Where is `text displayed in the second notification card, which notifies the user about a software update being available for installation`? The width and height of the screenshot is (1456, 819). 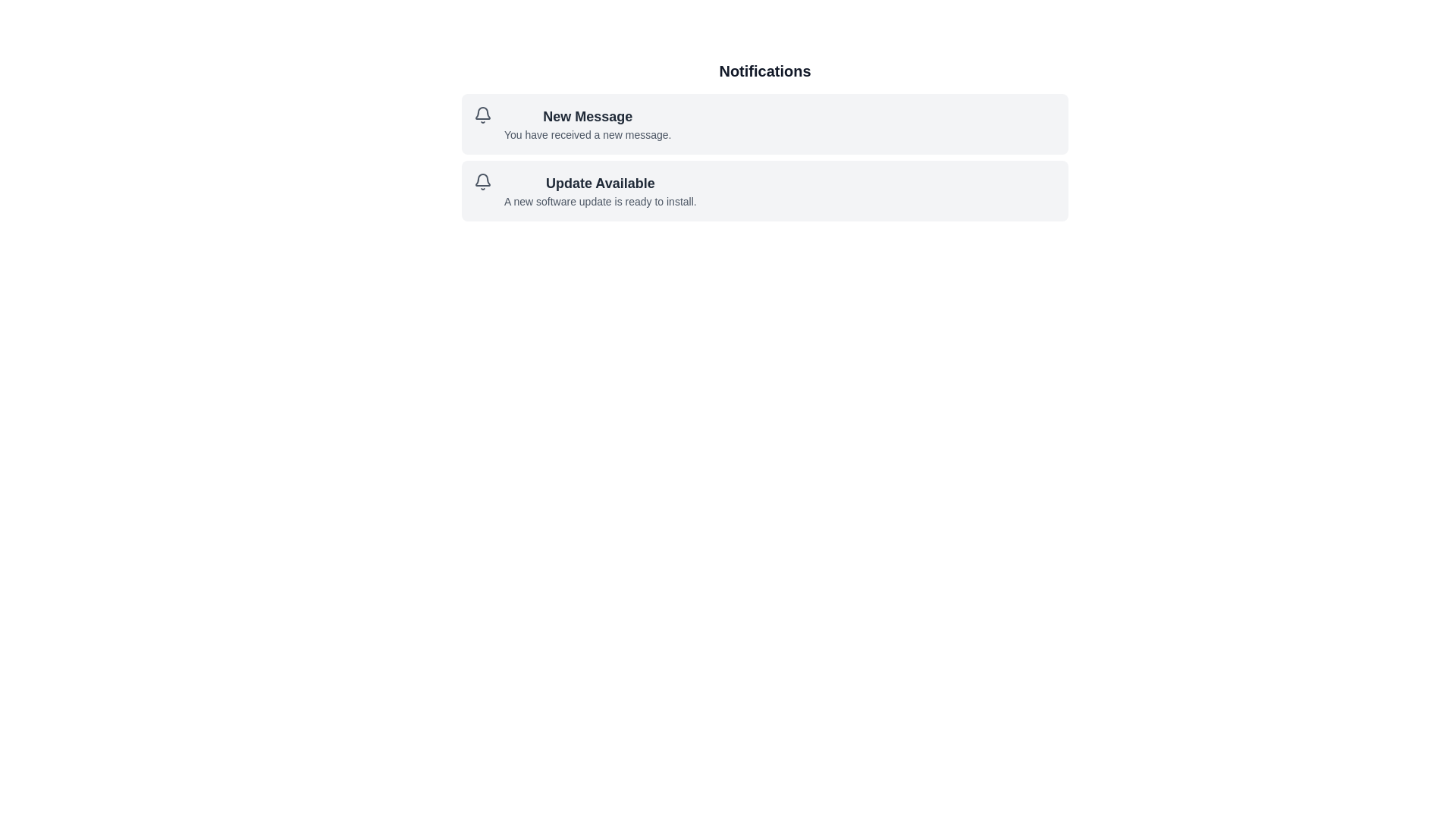 text displayed in the second notification card, which notifies the user about a software update being available for installation is located at coordinates (599, 190).